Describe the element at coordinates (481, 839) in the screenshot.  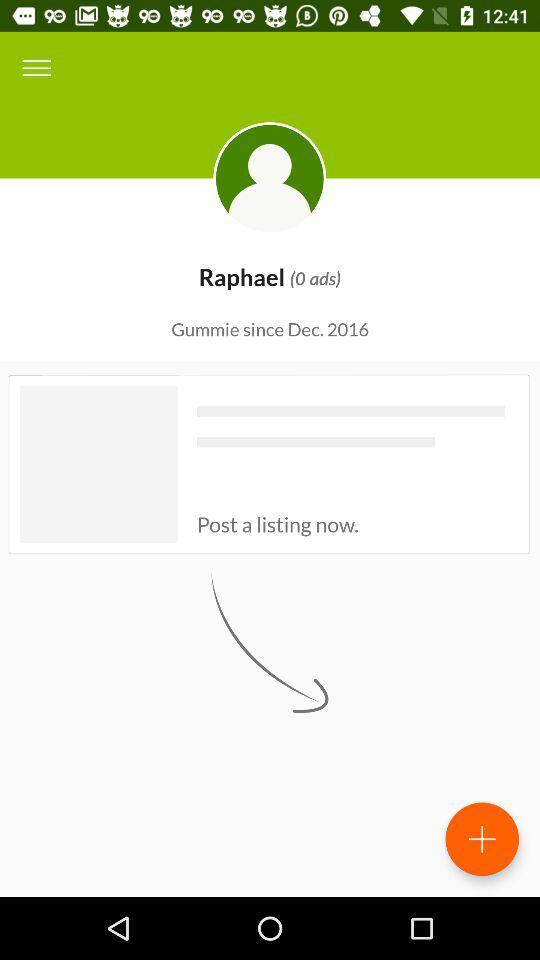
I see `the add icon` at that location.